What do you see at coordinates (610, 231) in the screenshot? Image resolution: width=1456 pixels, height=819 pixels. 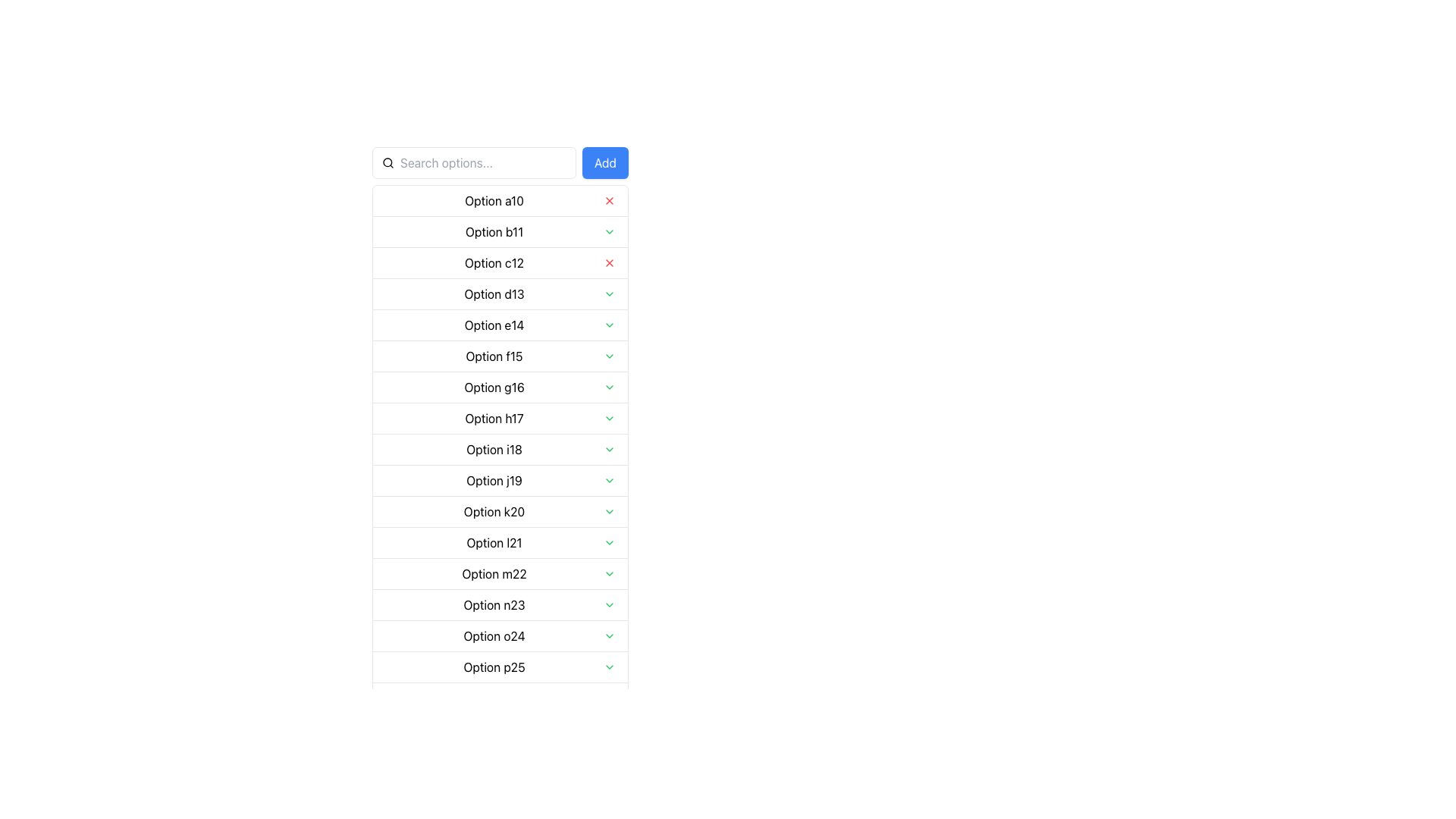 I see `the green downward chevron icon located next to the text 'Option b11'` at bounding box center [610, 231].